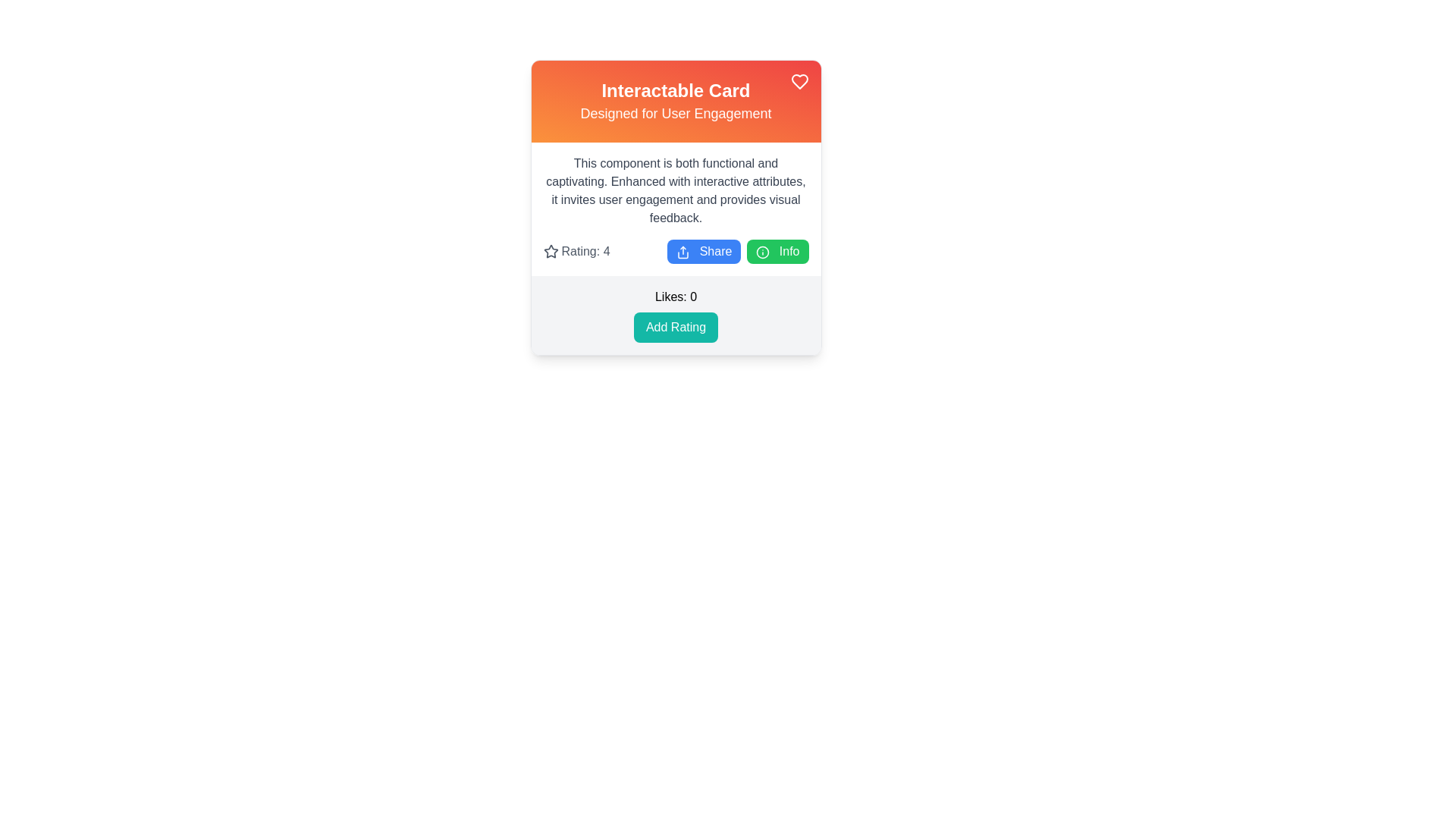 This screenshot has height=819, width=1456. Describe the element at coordinates (703, 250) in the screenshot. I see `the 'Share' button located within the 'Share Info' group, positioned left of the green 'Info' button and right of the star rating display to share the content` at that location.